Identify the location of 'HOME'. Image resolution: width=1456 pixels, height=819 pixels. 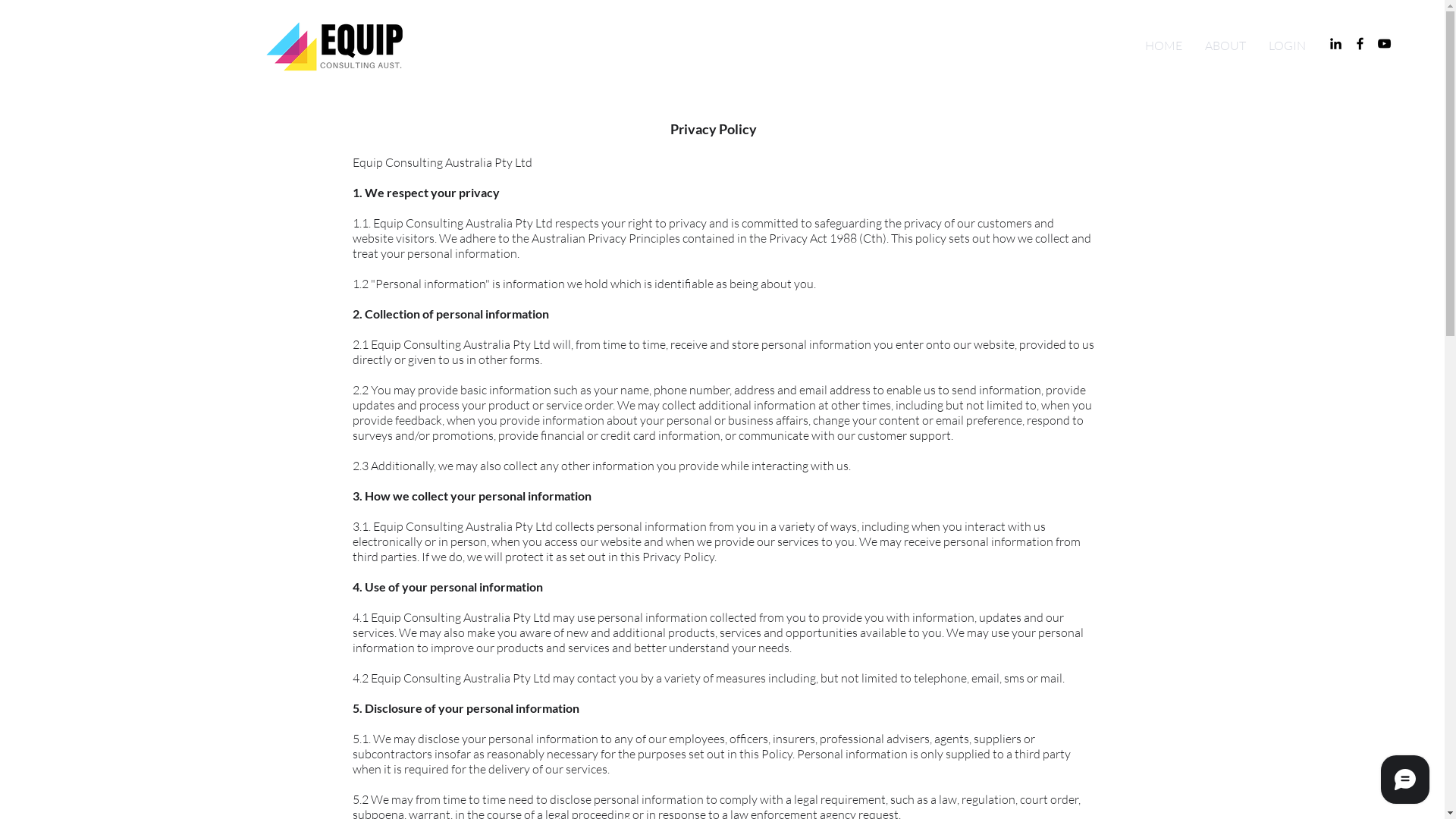
(1163, 45).